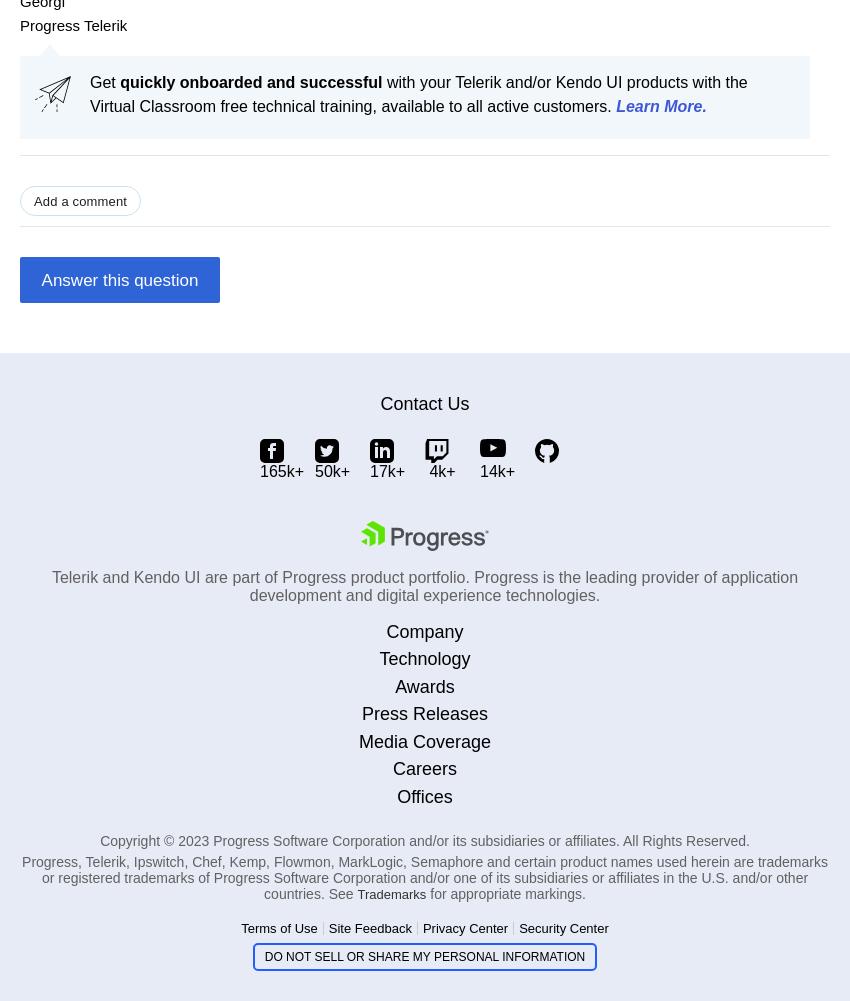 The image size is (850, 1001). Describe the element at coordinates (441, 470) in the screenshot. I see `'4k+'` at that location.